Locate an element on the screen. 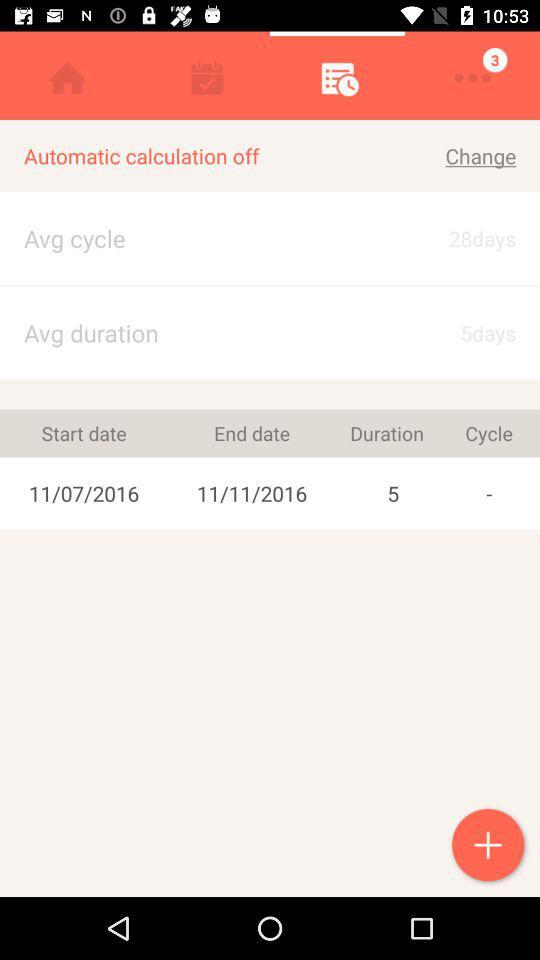 The image size is (540, 960). the app to the left of cycle app is located at coordinates (393, 492).